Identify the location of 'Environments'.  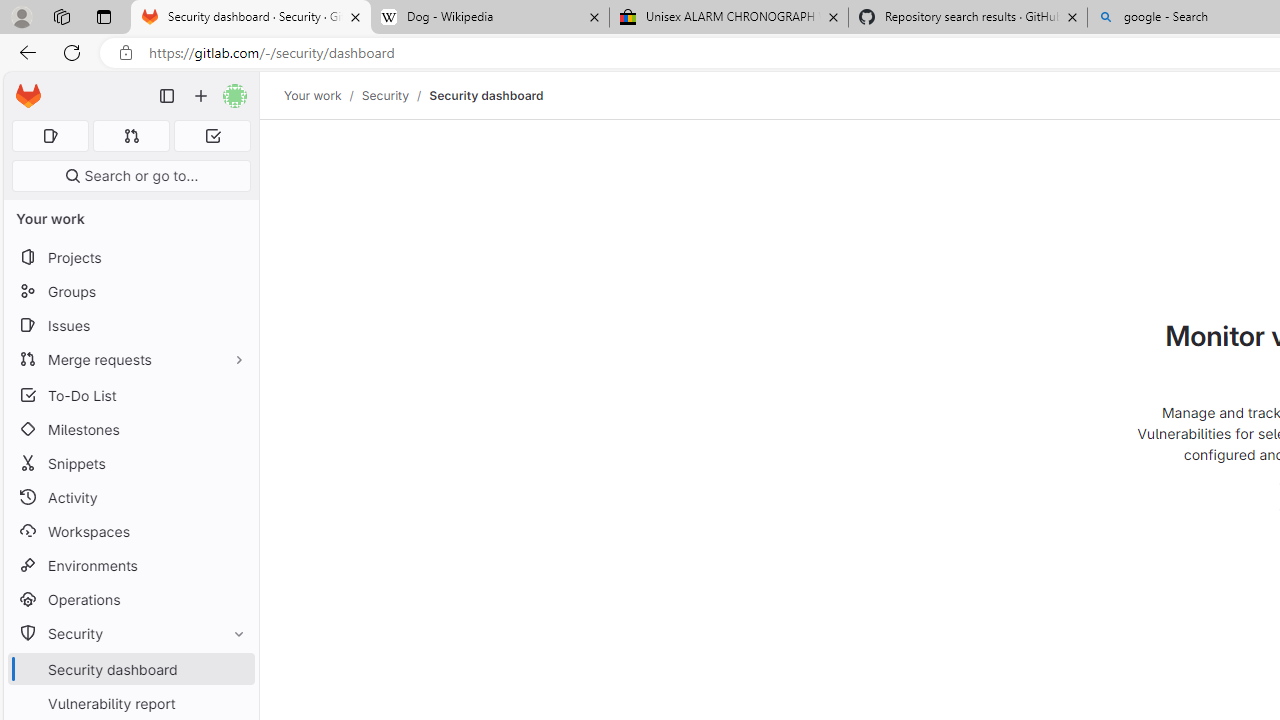
(130, 565).